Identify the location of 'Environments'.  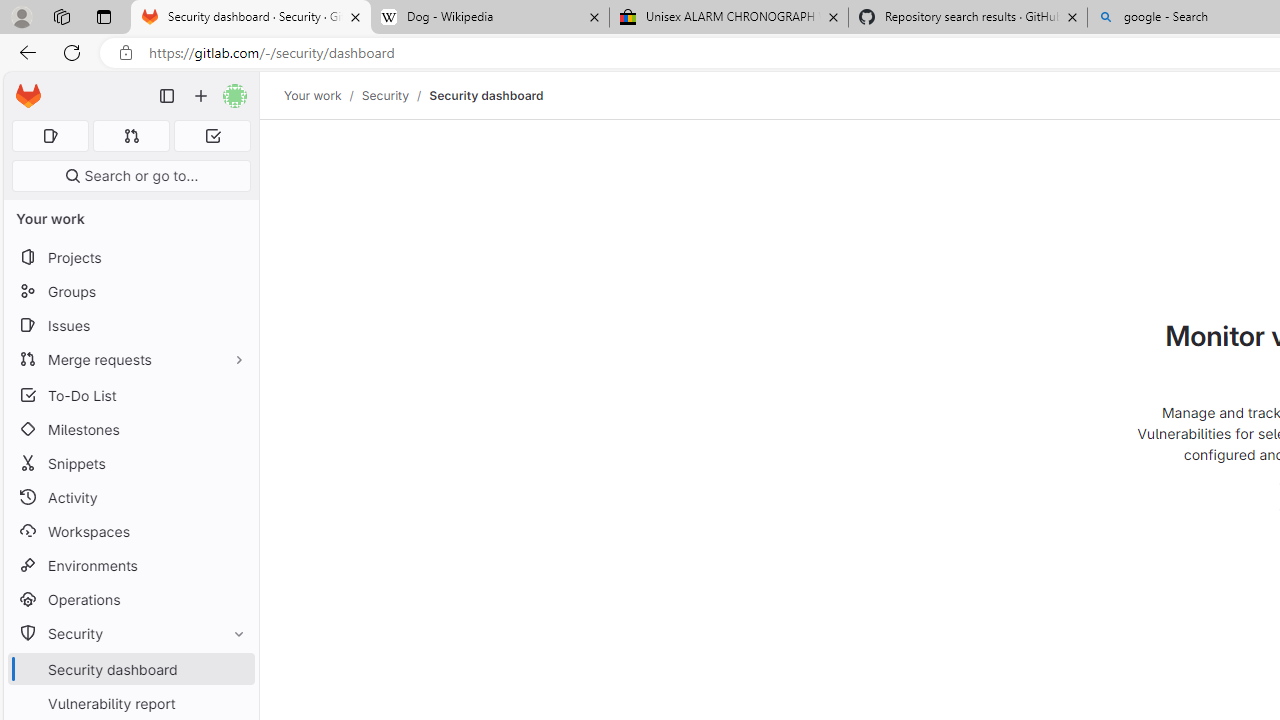
(130, 565).